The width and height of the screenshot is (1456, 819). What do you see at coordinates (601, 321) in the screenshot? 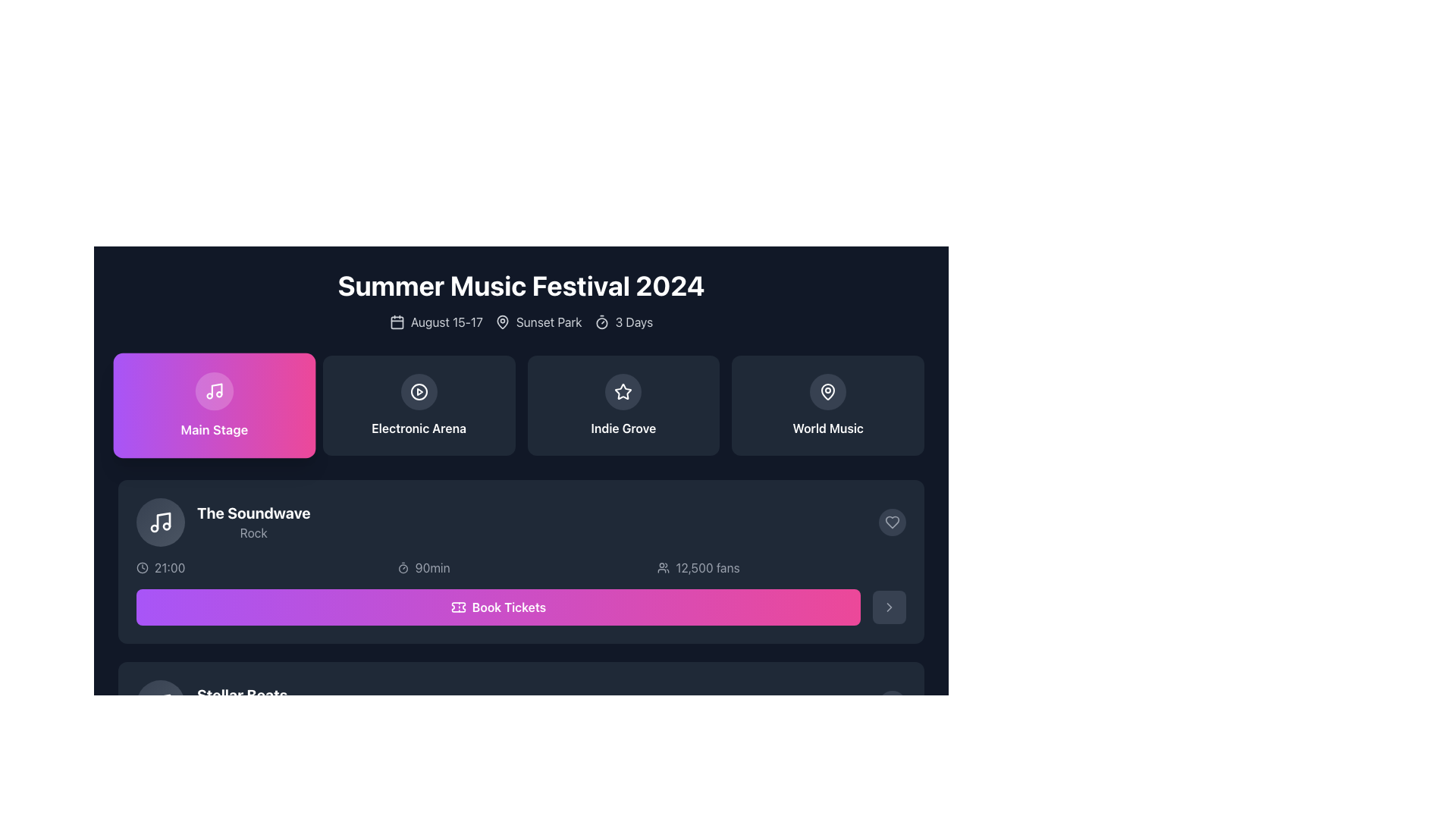
I see `the compact graphical icon representing a timer or clock, which is located to the left of the '3 Days' text in the header section` at bounding box center [601, 321].